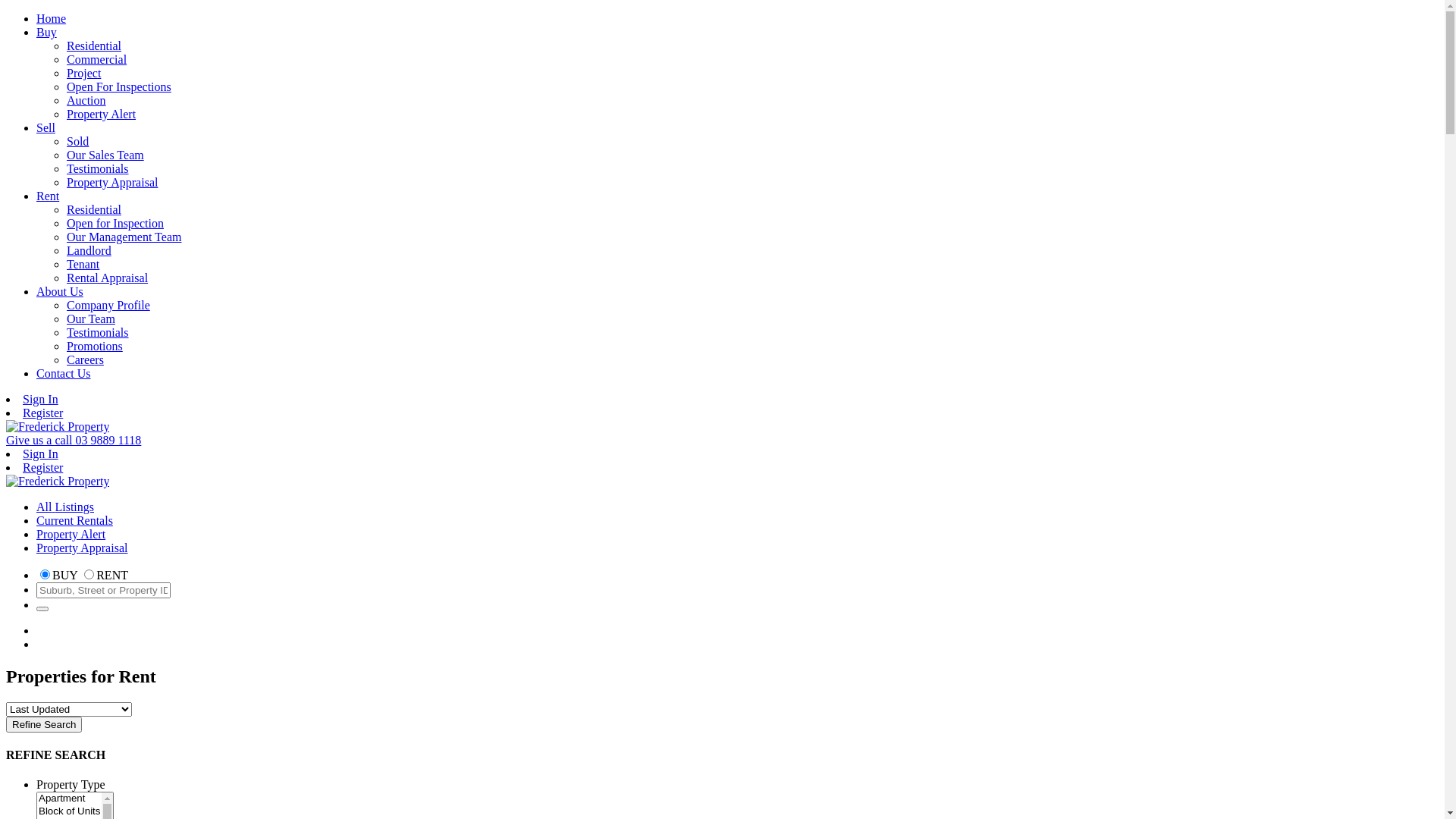 This screenshot has width=1456, height=819. What do you see at coordinates (124, 237) in the screenshot?
I see `'Our Management Team'` at bounding box center [124, 237].